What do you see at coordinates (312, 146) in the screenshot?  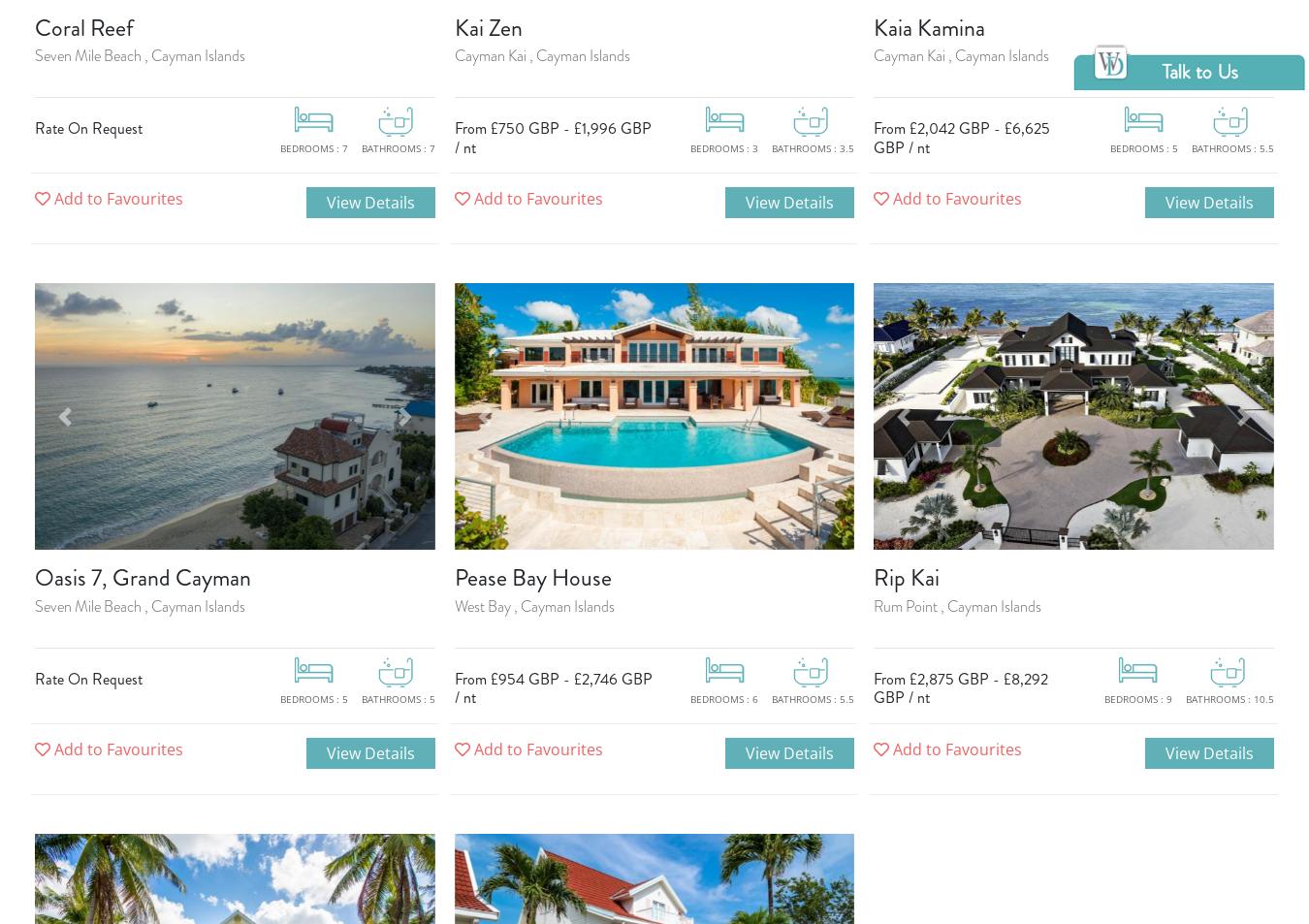 I see `'Bedrooms : 7'` at bounding box center [312, 146].